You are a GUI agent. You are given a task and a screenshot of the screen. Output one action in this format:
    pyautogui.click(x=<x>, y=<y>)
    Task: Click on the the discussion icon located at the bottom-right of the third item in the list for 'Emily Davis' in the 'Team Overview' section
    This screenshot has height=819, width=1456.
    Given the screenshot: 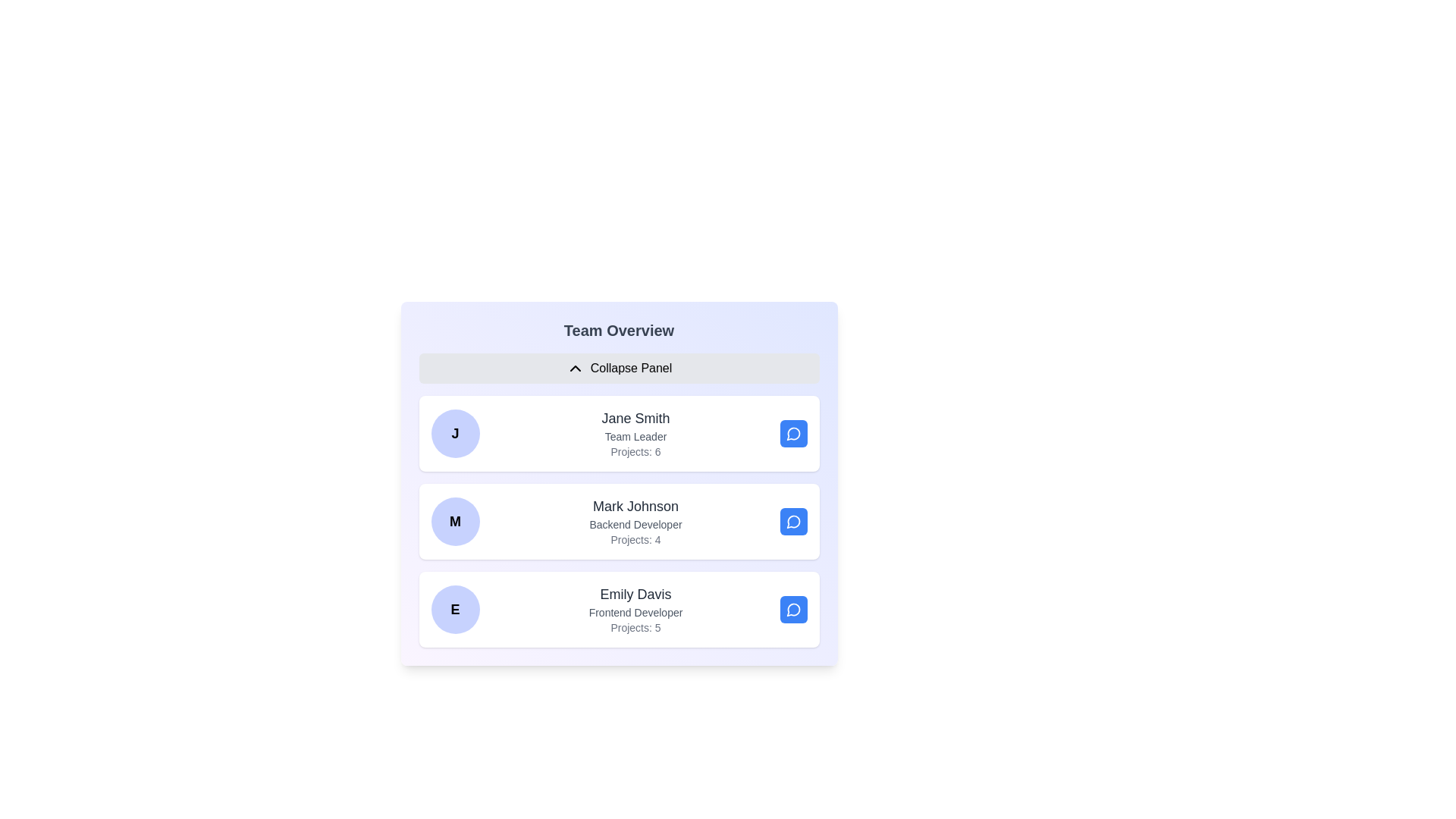 What is the action you would take?
    pyautogui.click(x=792, y=609)
    